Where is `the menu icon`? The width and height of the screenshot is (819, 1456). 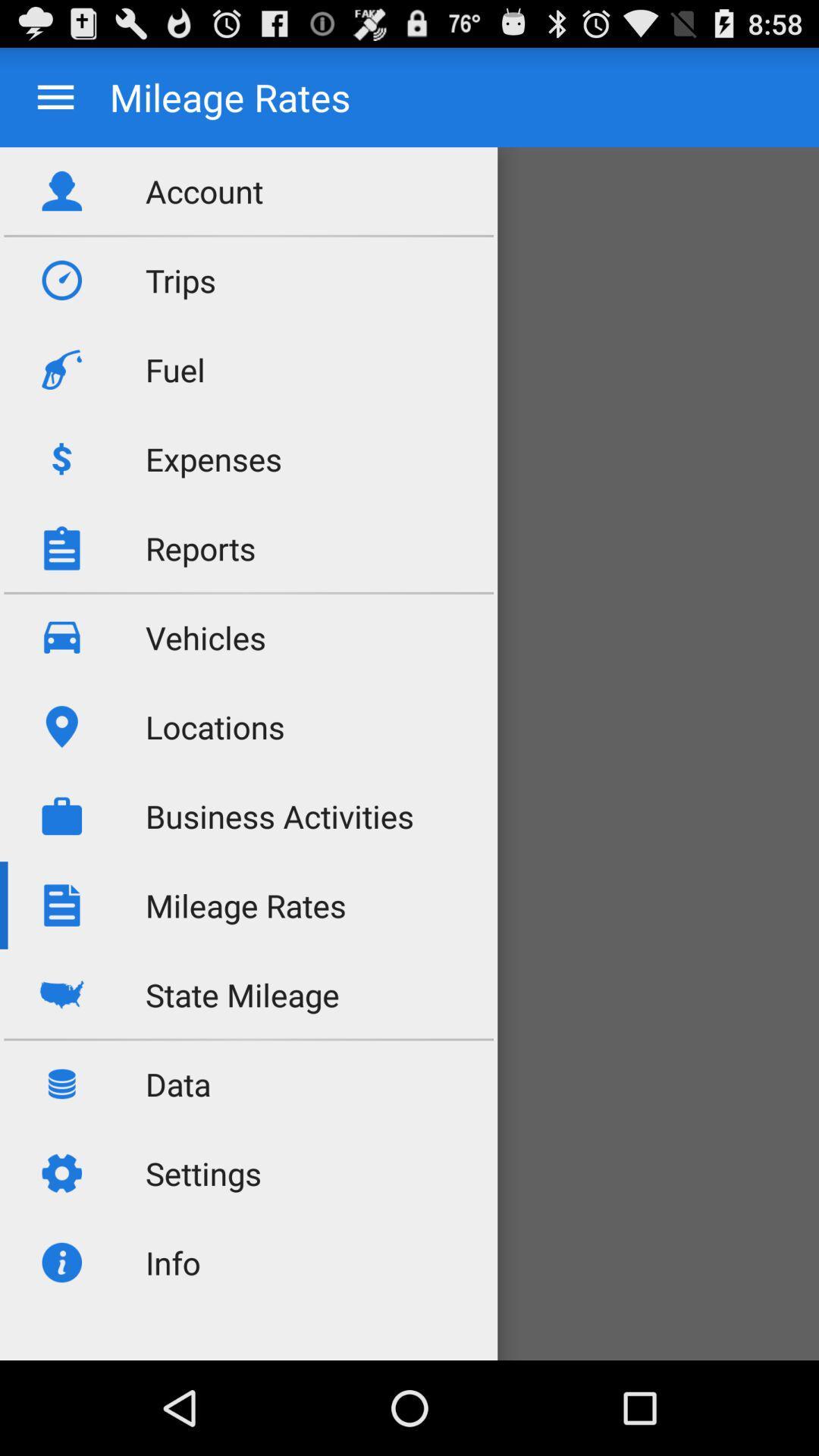
the menu icon is located at coordinates (55, 103).